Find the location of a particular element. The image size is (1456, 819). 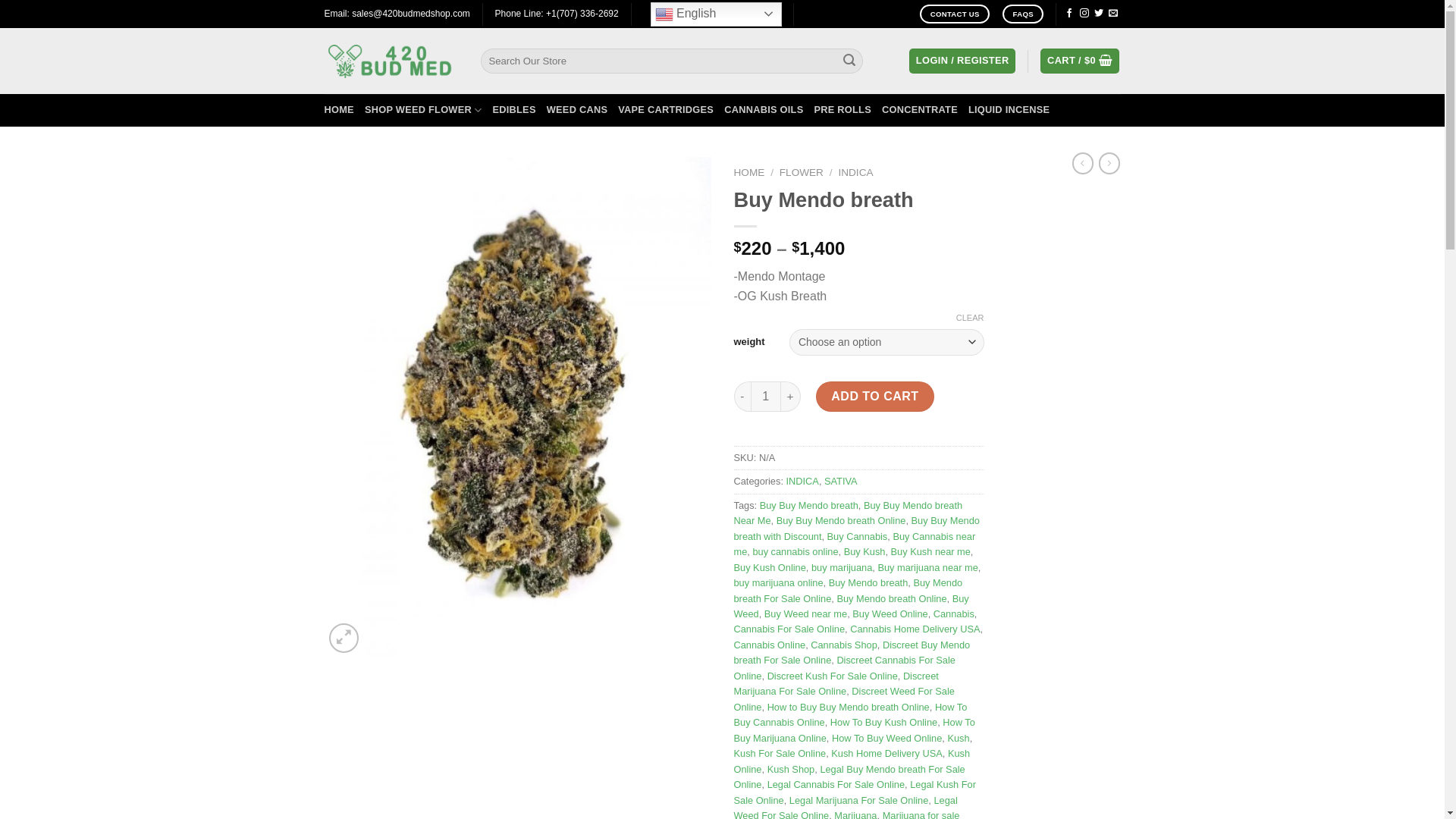

'Follow on Facebook' is located at coordinates (1068, 14).